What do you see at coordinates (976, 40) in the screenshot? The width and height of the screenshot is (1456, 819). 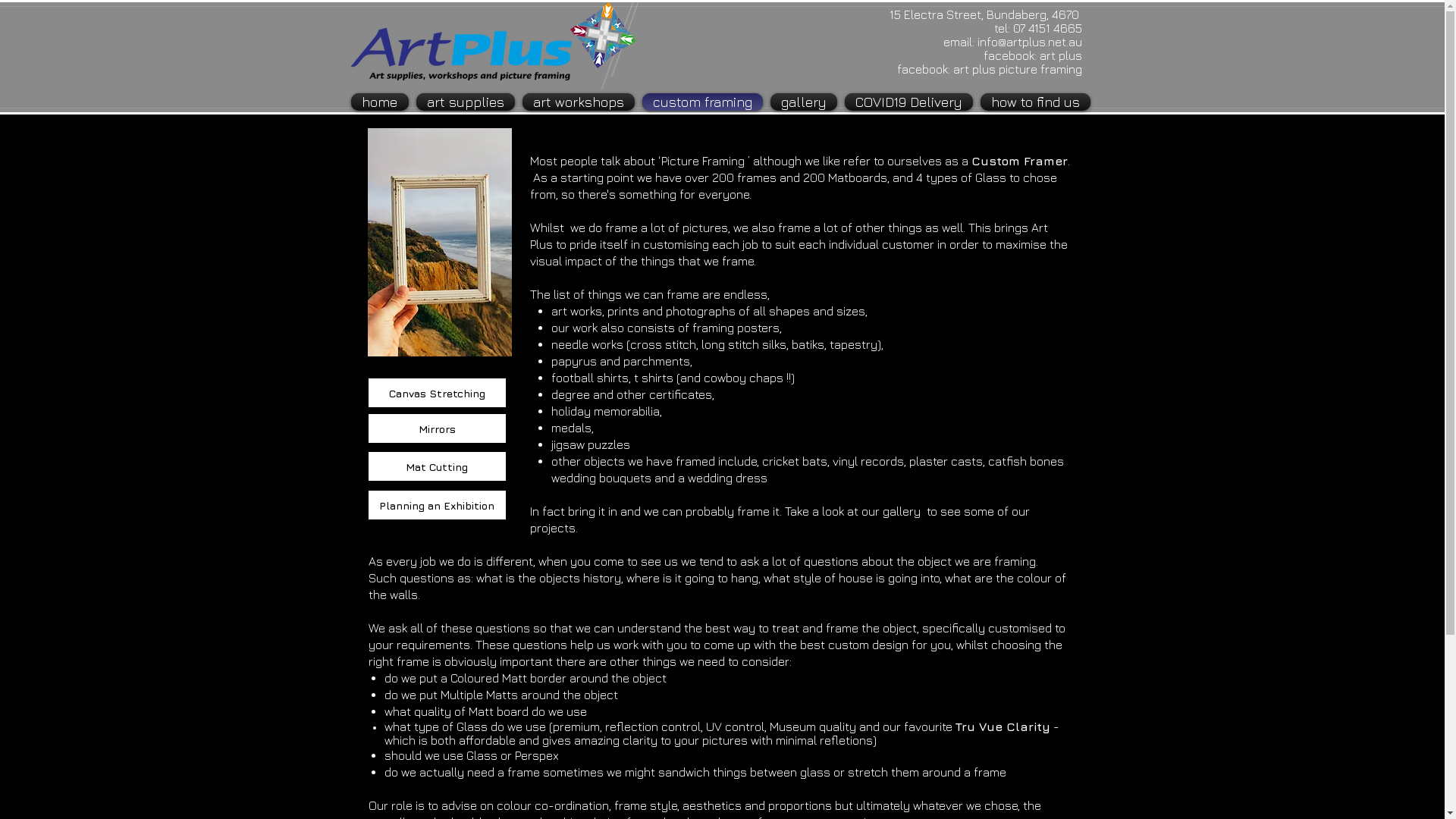 I see `'info@artplus.net.au'` at bounding box center [976, 40].